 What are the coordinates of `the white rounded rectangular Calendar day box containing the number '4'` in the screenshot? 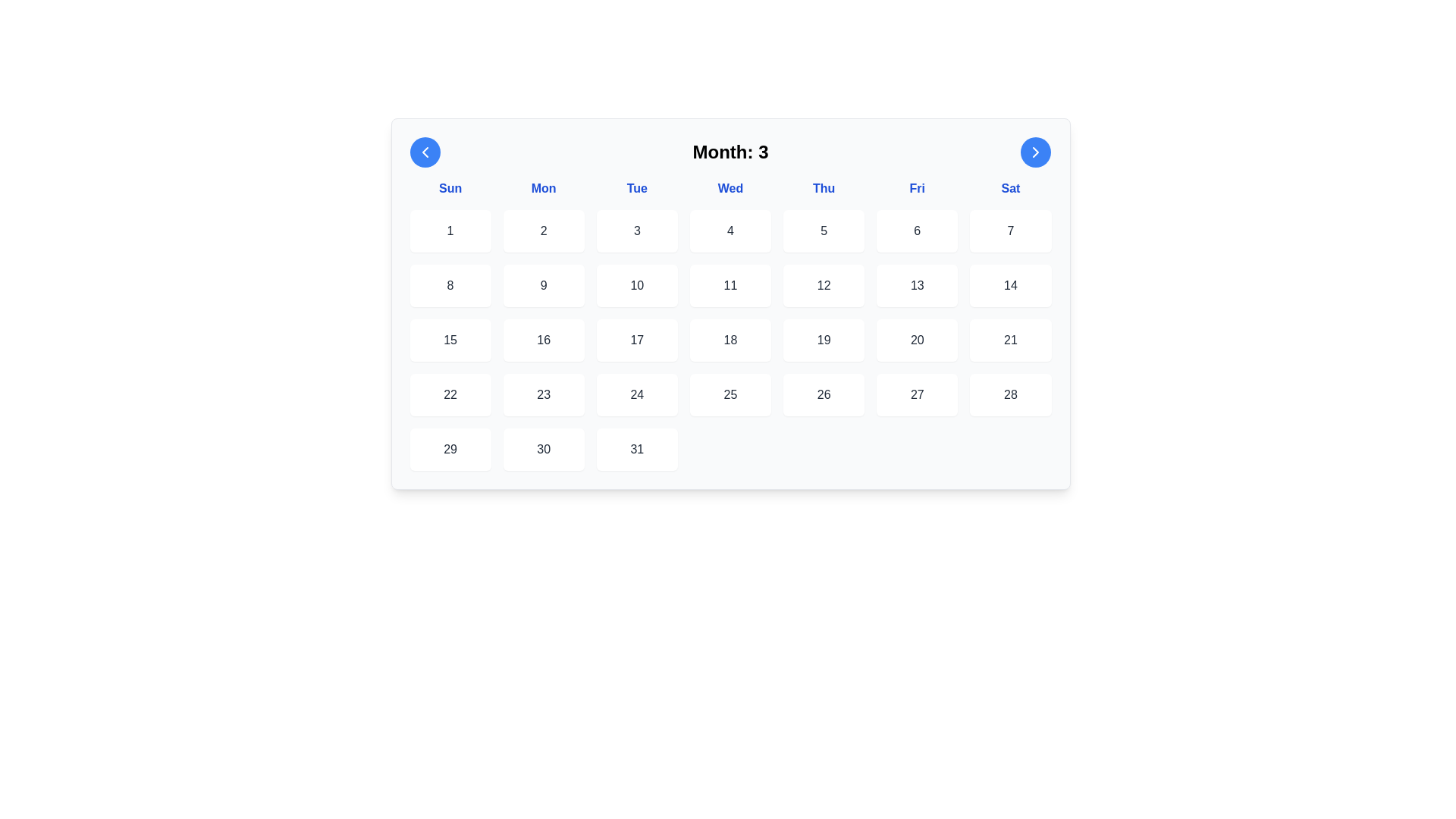 It's located at (730, 231).